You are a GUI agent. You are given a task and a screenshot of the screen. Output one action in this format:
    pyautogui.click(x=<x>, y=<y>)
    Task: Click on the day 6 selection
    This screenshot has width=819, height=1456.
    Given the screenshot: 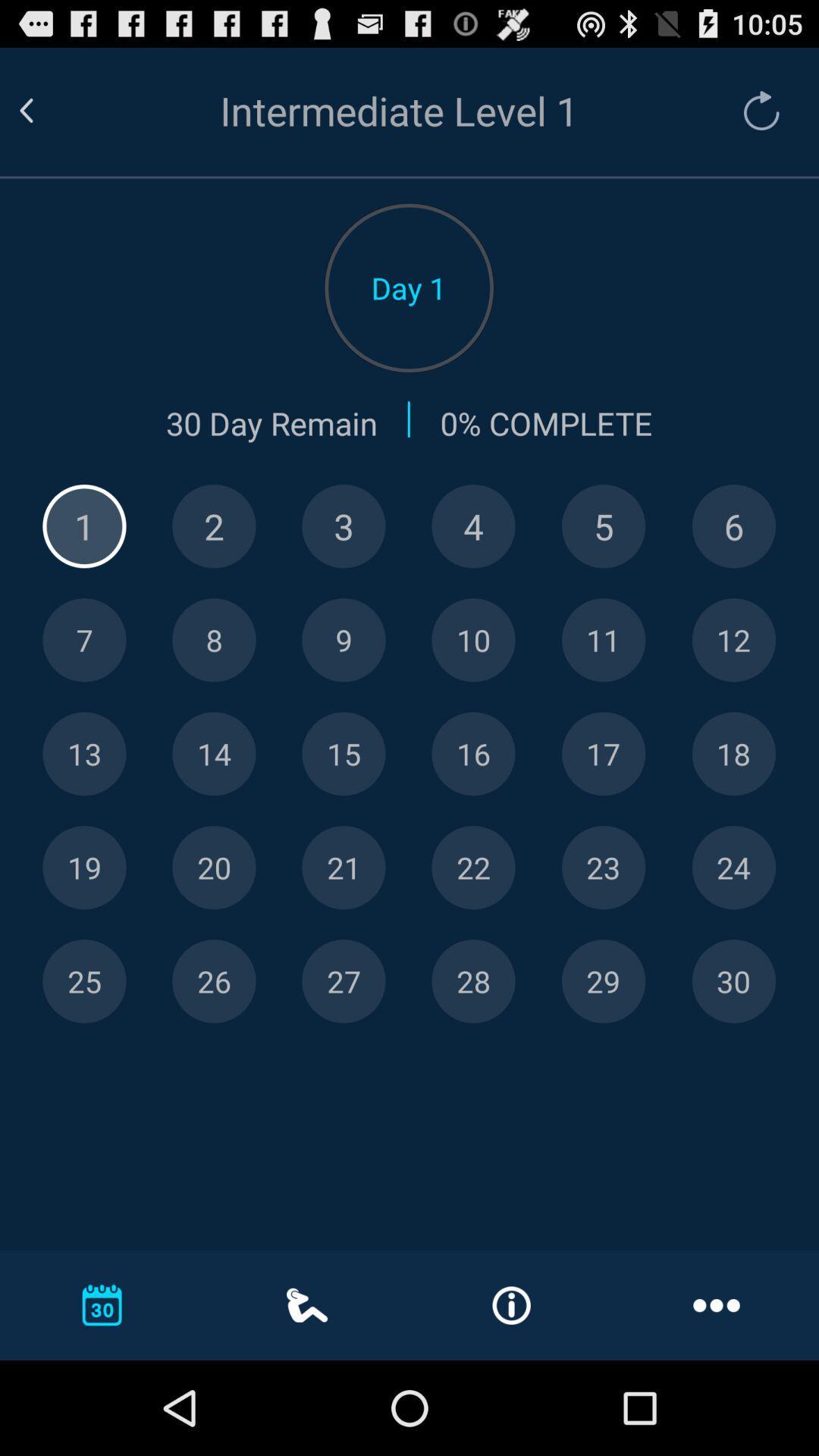 What is the action you would take?
    pyautogui.click(x=733, y=526)
    